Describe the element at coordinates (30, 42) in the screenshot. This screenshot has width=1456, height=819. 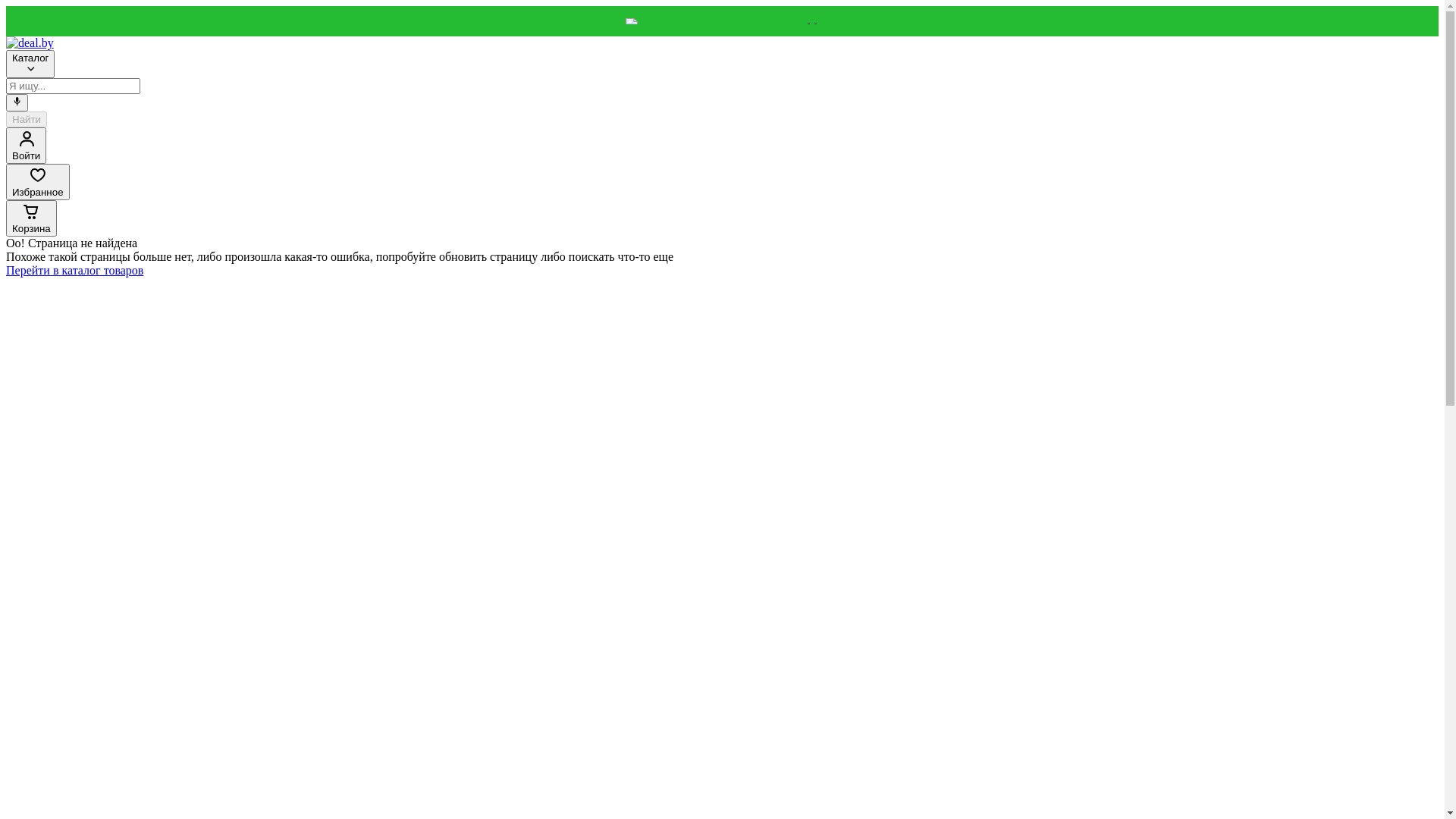
I see `'deal.by'` at that location.